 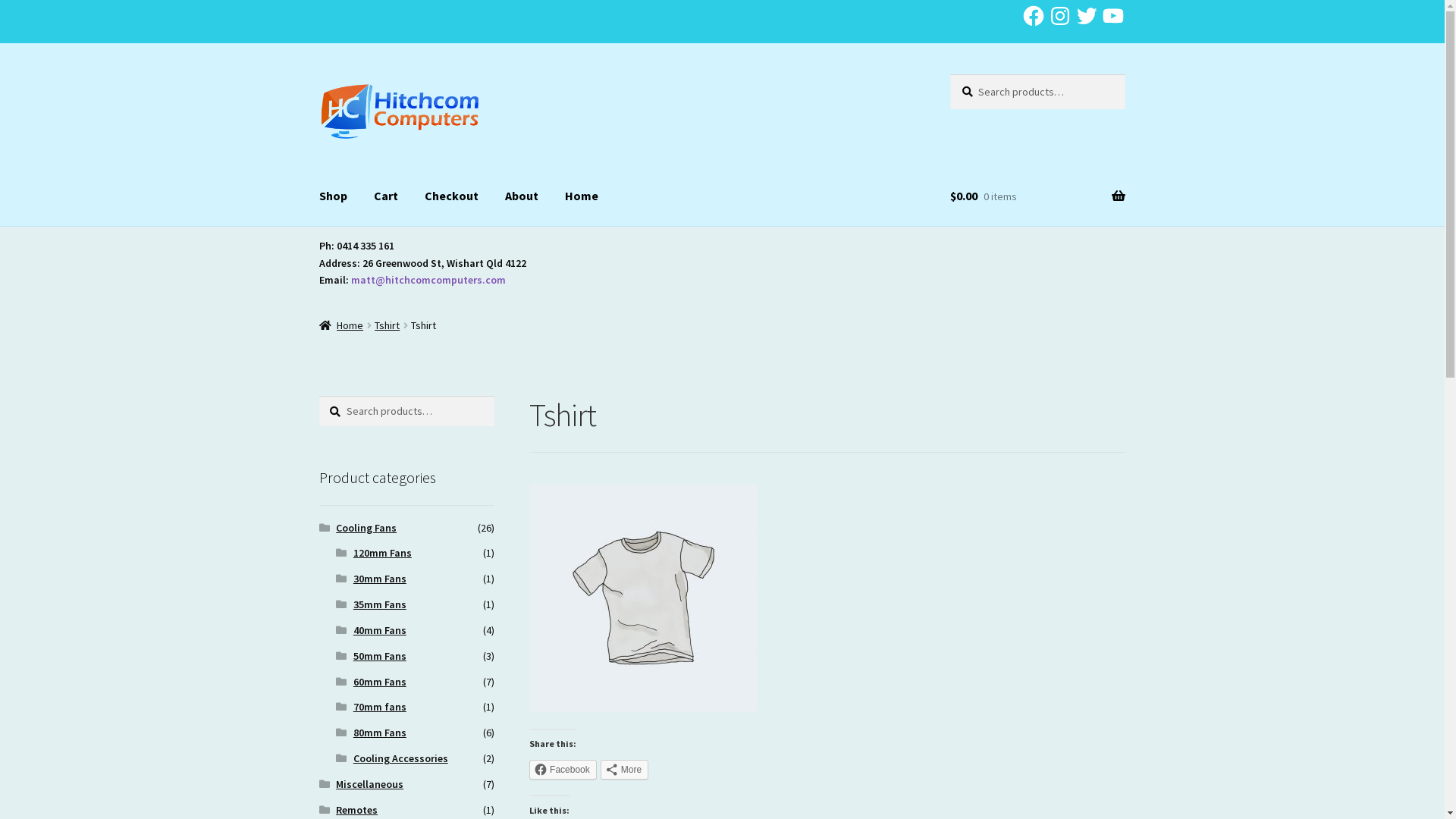 I want to click on '70mm fans', so click(x=379, y=707).